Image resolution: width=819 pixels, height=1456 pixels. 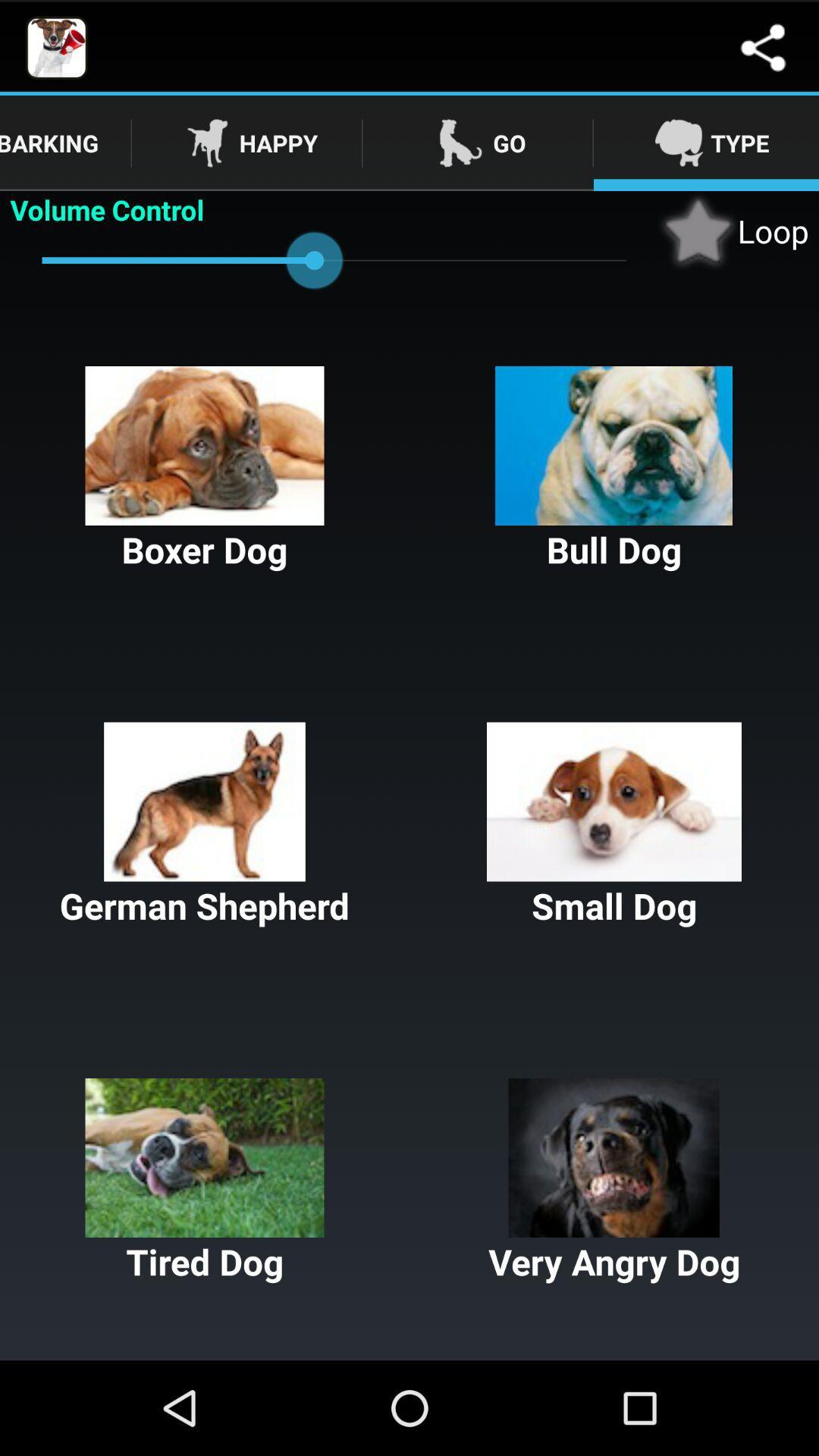 I want to click on german shepherd item, so click(x=205, y=825).